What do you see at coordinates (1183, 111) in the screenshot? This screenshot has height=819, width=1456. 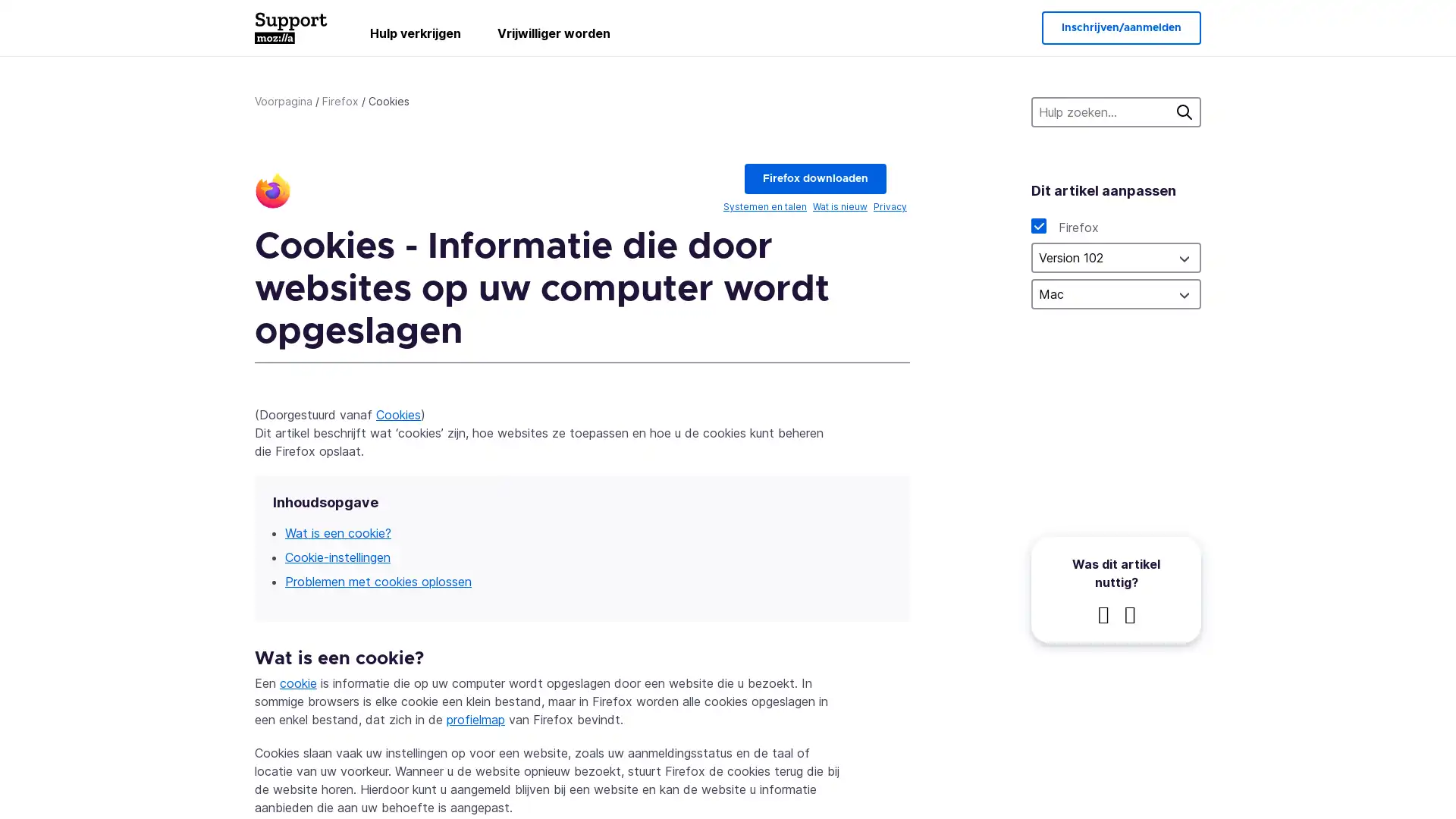 I see `Zoeken` at bounding box center [1183, 111].